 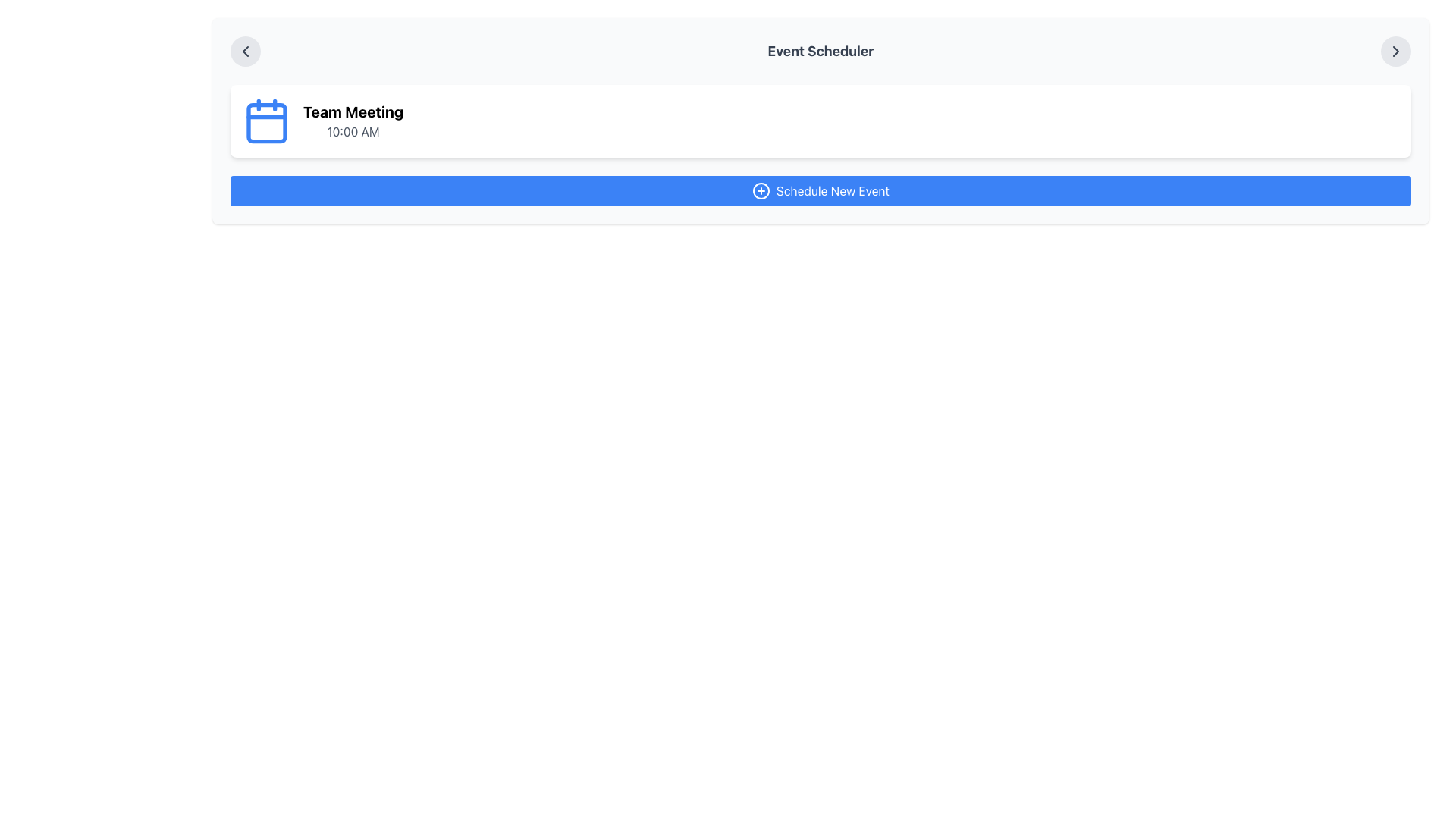 What do you see at coordinates (352, 111) in the screenshot?
I see `the bold text label reading 'Team Meeting' located at the top part of the card, above the '10:00 AM' text and to the right of the blue calendar icon` at bounding box center [352, 111].